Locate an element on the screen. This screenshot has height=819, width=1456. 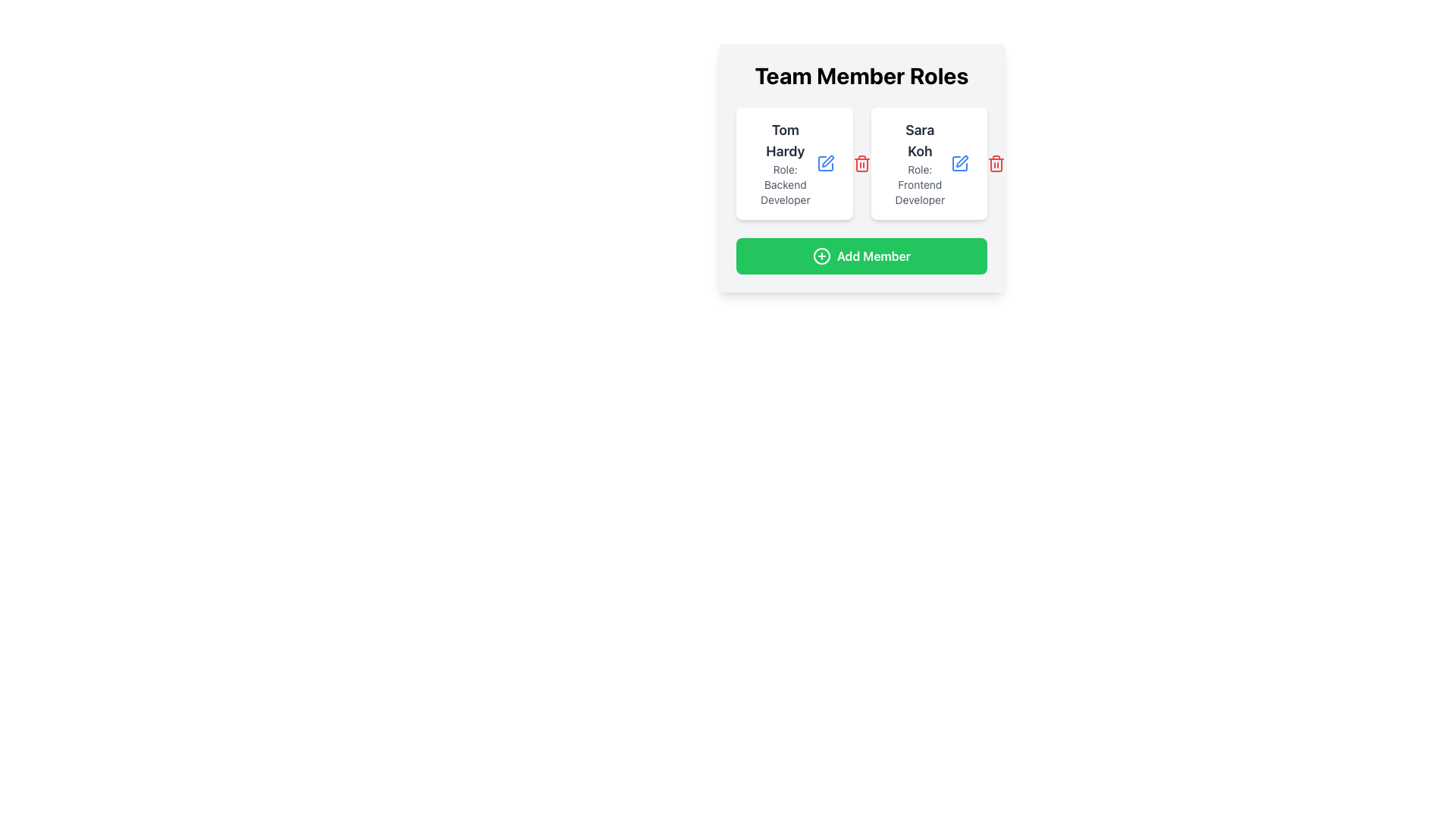
role designation 'Backend Developer' for the team member 'Tom Hardy' from the Label located directly beneath the text 'Tom Hardy' in the first member card is located at coordinates (785, 184).